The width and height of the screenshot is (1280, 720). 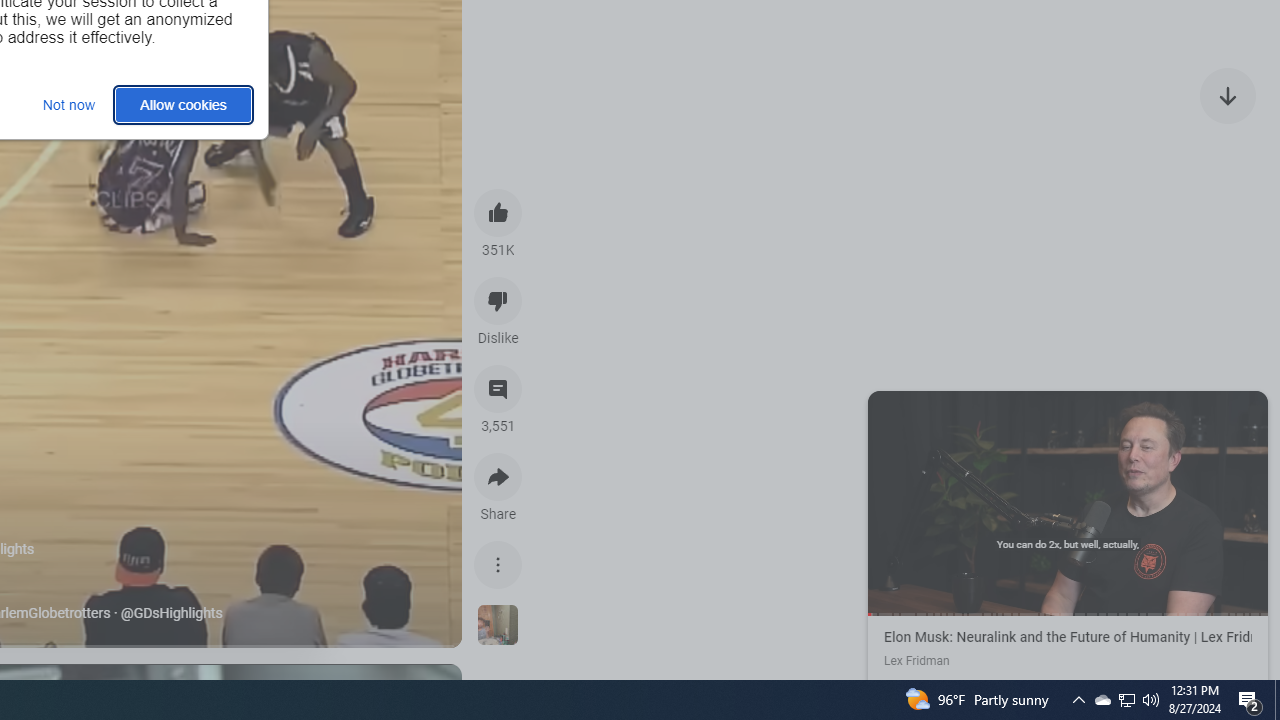 What do you see at coordinates (498, 477) in the screenshot?
I see `'Share'` at bounding box center [498, 477].